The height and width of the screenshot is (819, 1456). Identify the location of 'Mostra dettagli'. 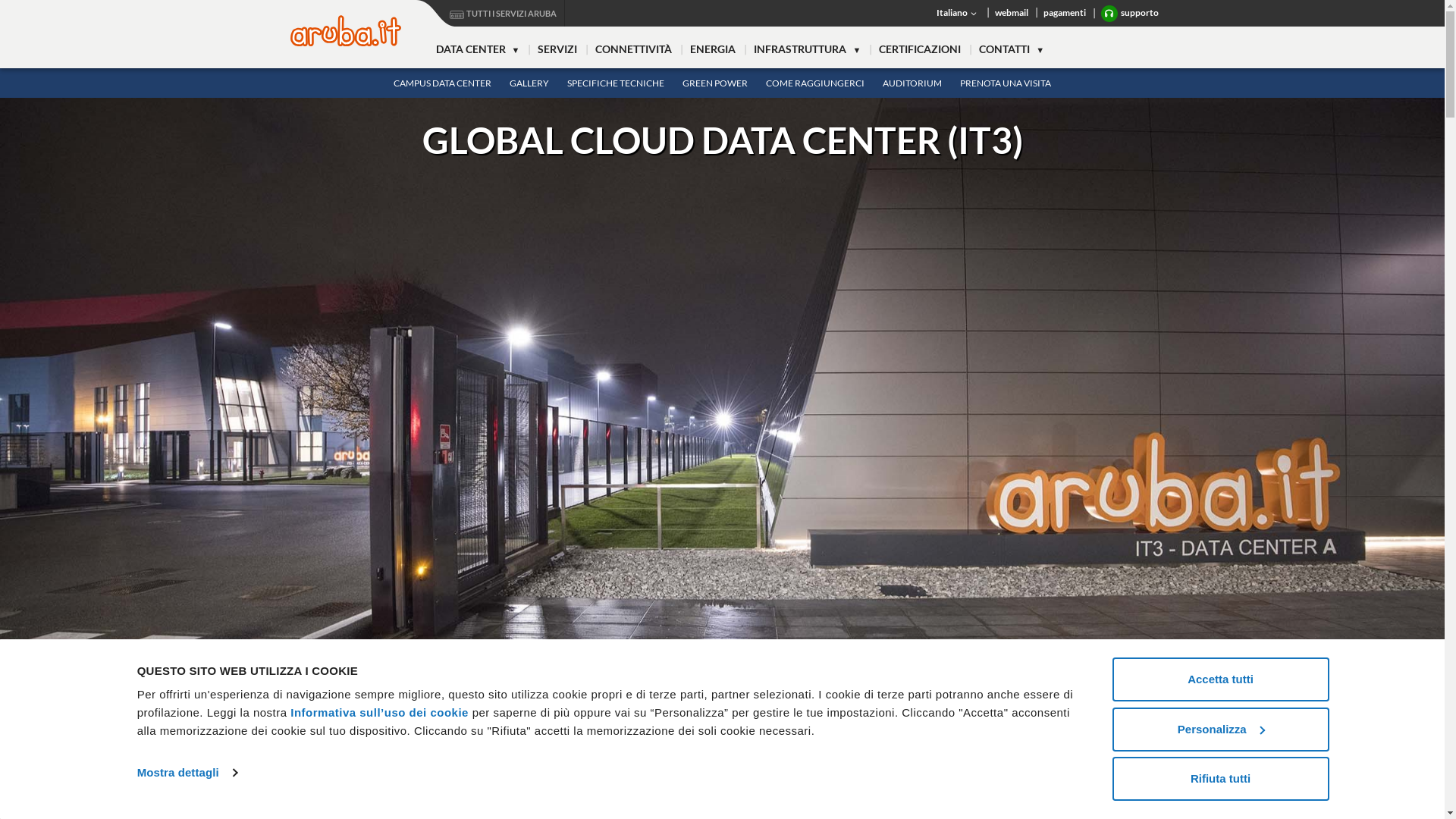
(186, 772).